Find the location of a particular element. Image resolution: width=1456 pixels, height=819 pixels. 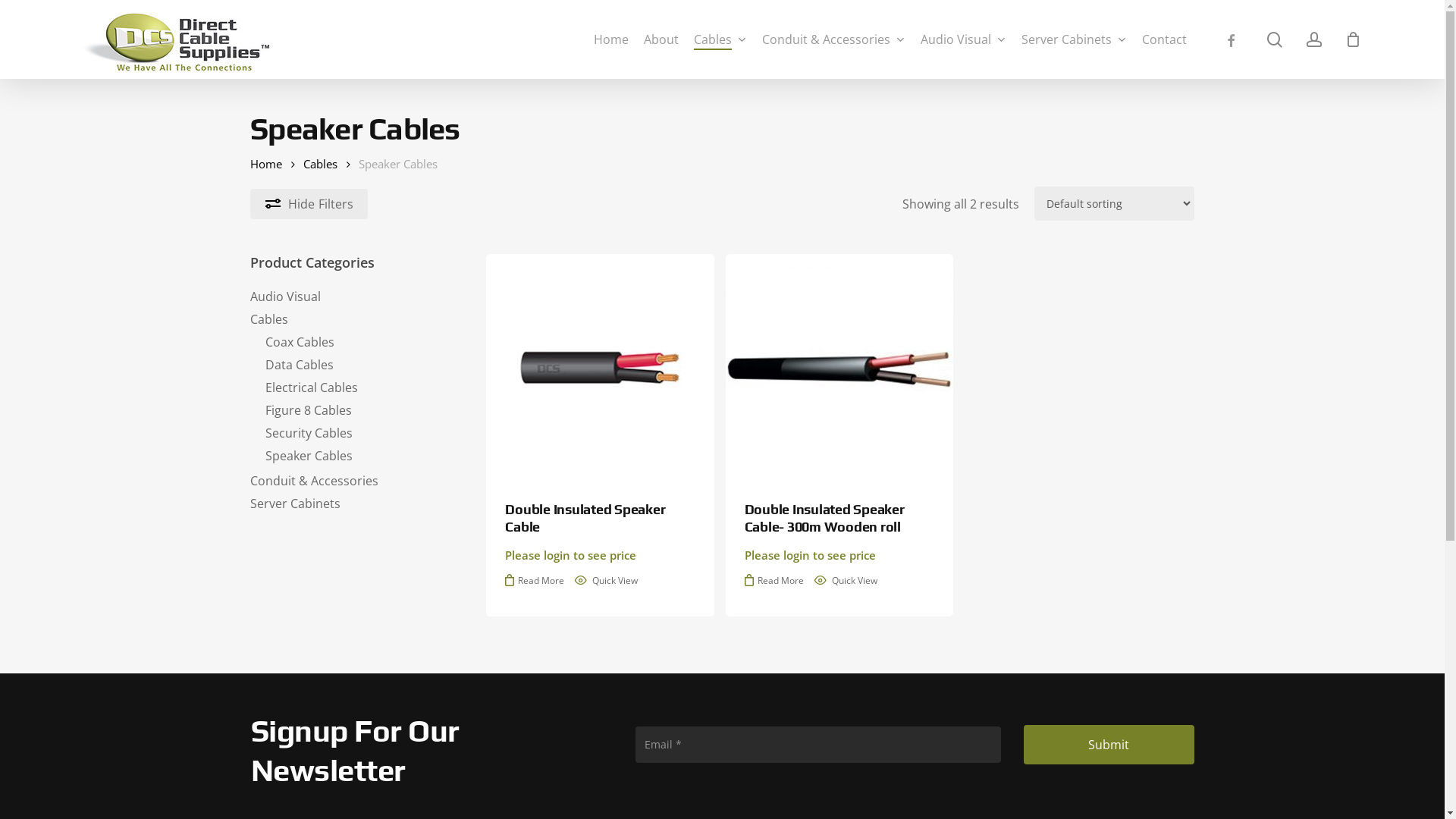

'Submit' is located at coordinates (1109, 744).